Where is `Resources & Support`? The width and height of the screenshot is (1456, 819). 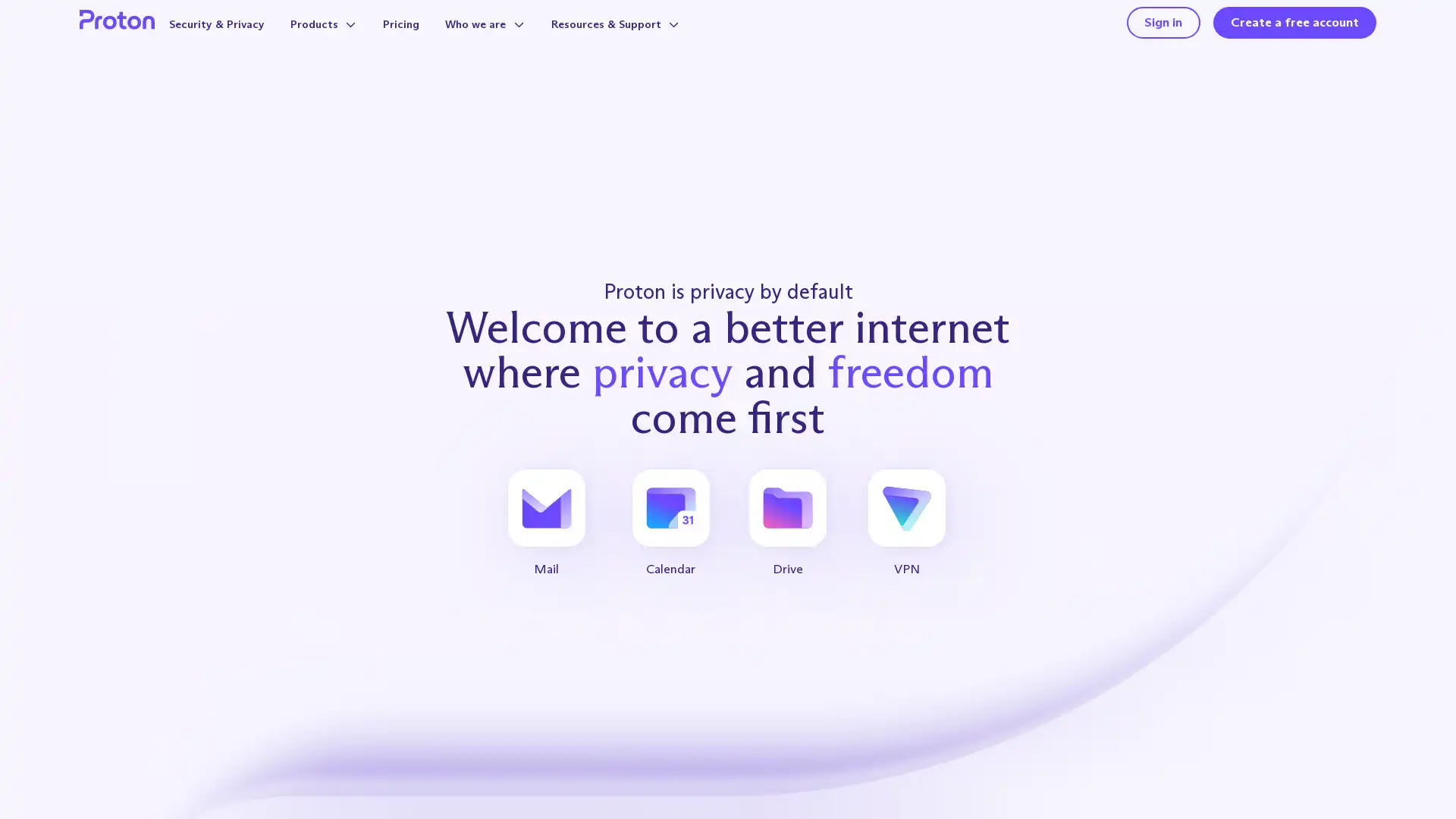 Resources & Support is located at coordinates (655, 39).